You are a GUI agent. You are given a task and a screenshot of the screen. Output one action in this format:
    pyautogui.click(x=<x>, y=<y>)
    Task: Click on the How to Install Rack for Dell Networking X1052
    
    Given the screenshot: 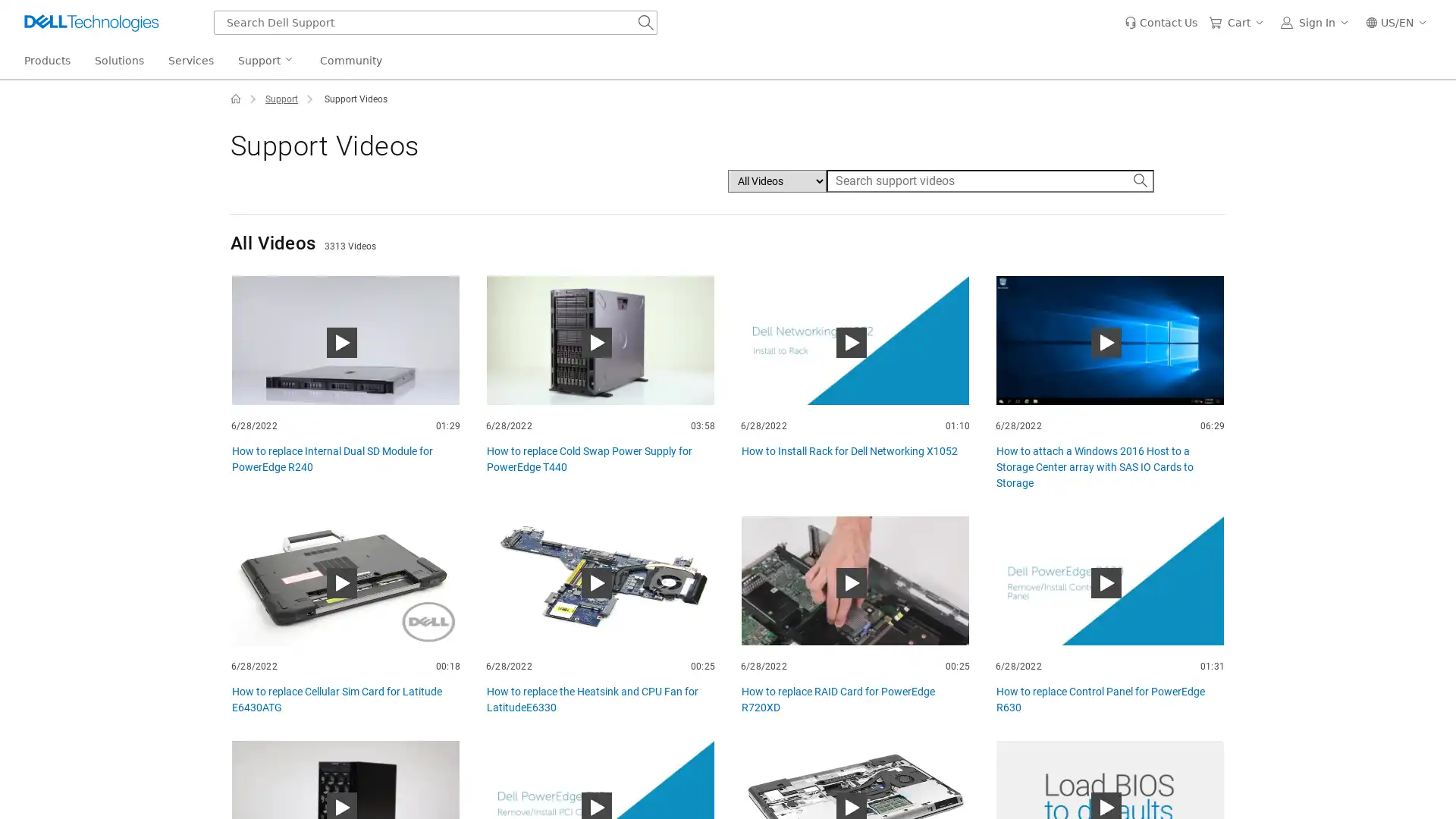 What is the action you would take?
    pyautogui.click(x=849, y=450)
    